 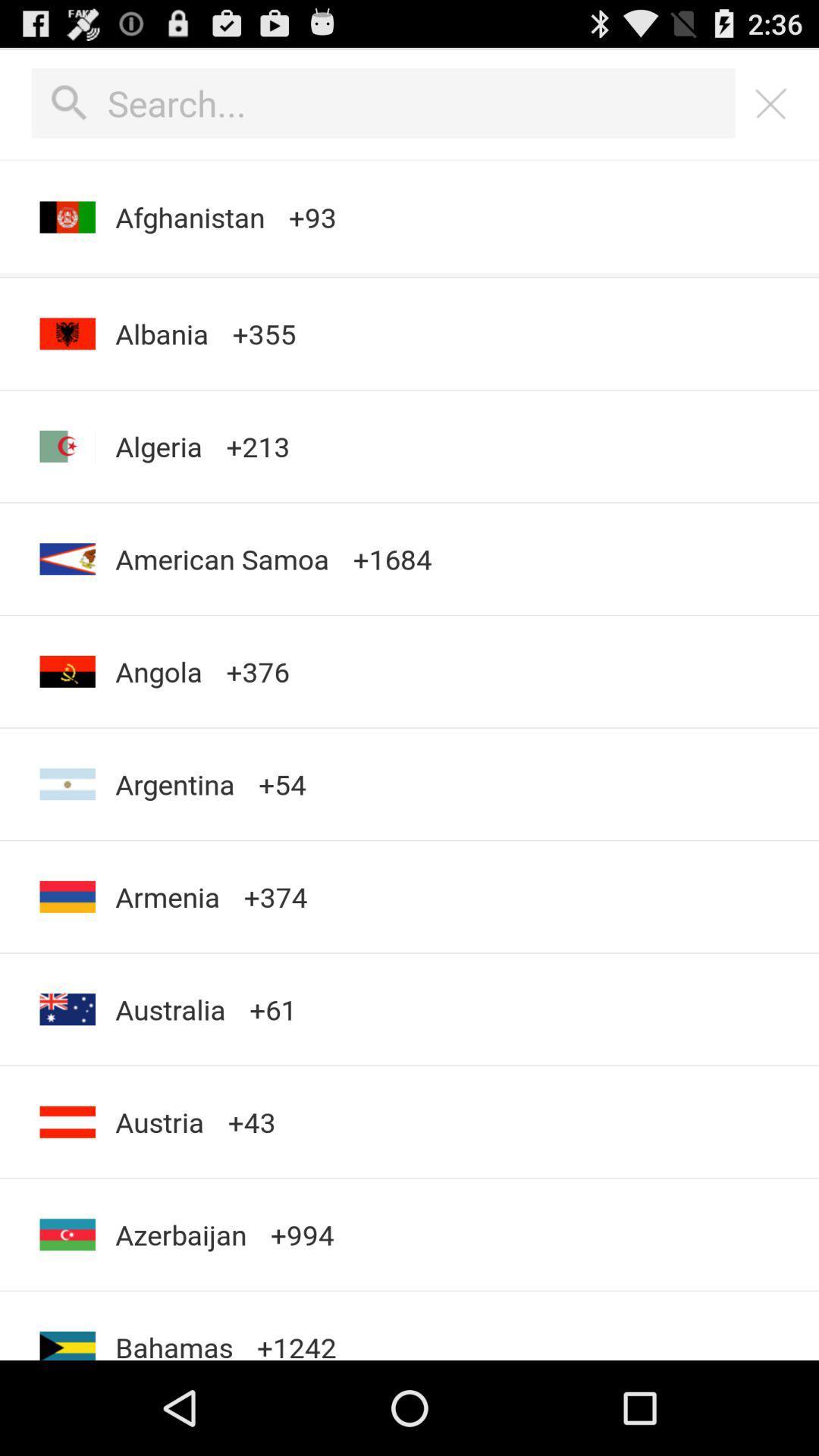 What do you see at coordinates (771, 102) in the screenshot?
I see `the page` at bounding box center [771, 102].